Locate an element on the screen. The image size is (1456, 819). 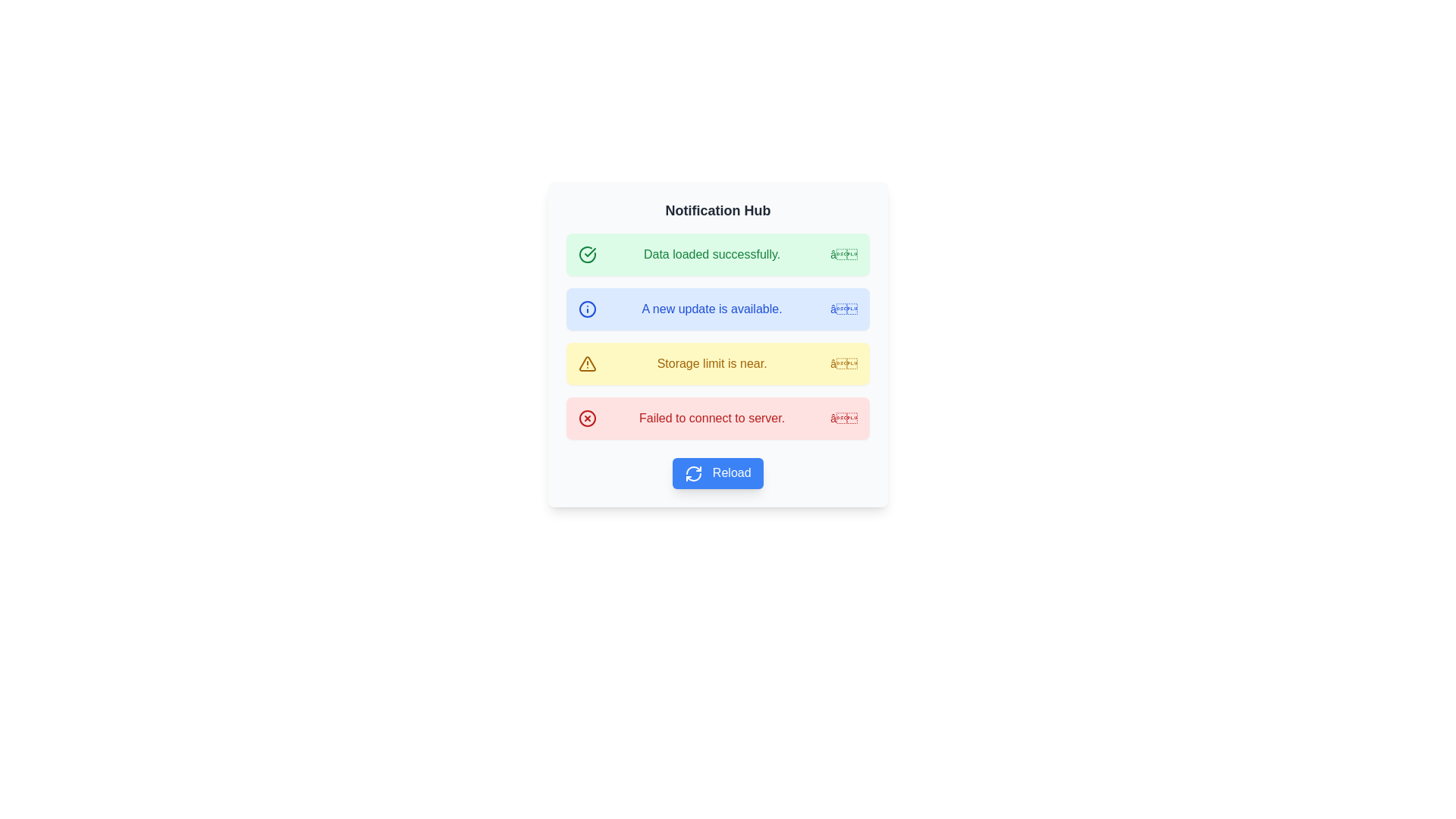
the circular informational icon with a blue outline, located to the left of the text 'A new update is available.' is located at coordinates (586, 309).